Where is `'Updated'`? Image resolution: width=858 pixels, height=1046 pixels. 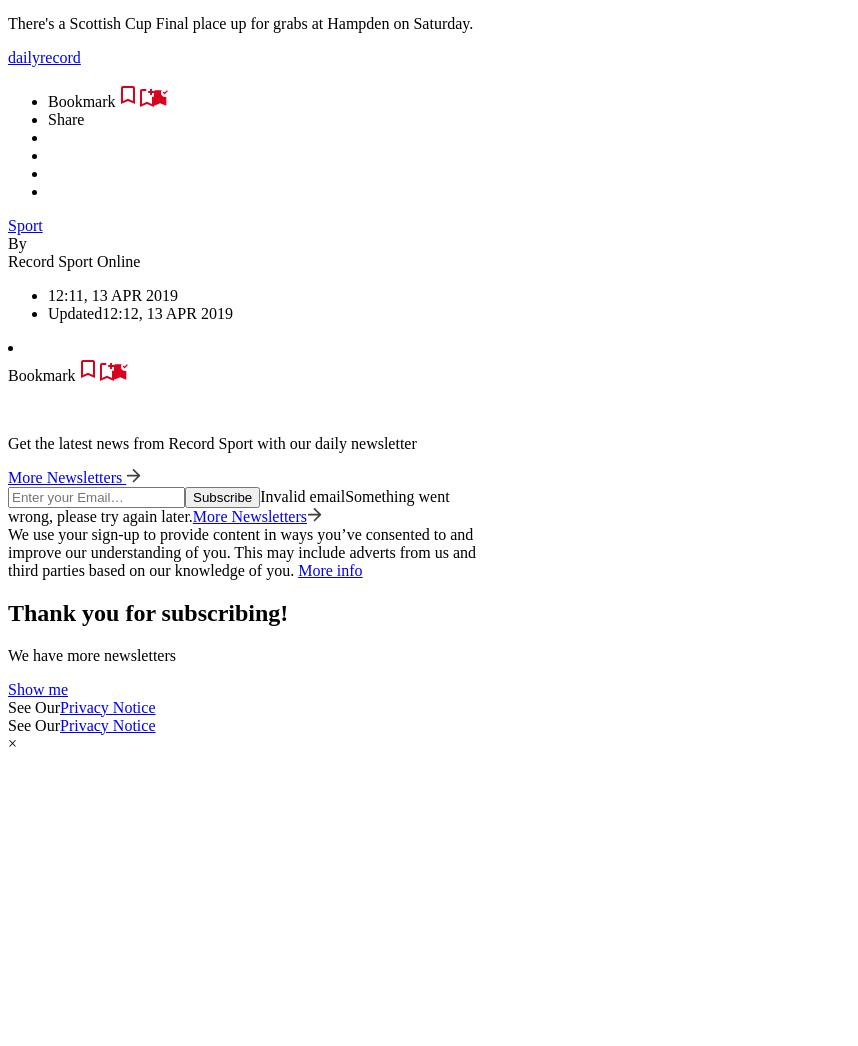 'Updated' is located at coordinates (73, 312).